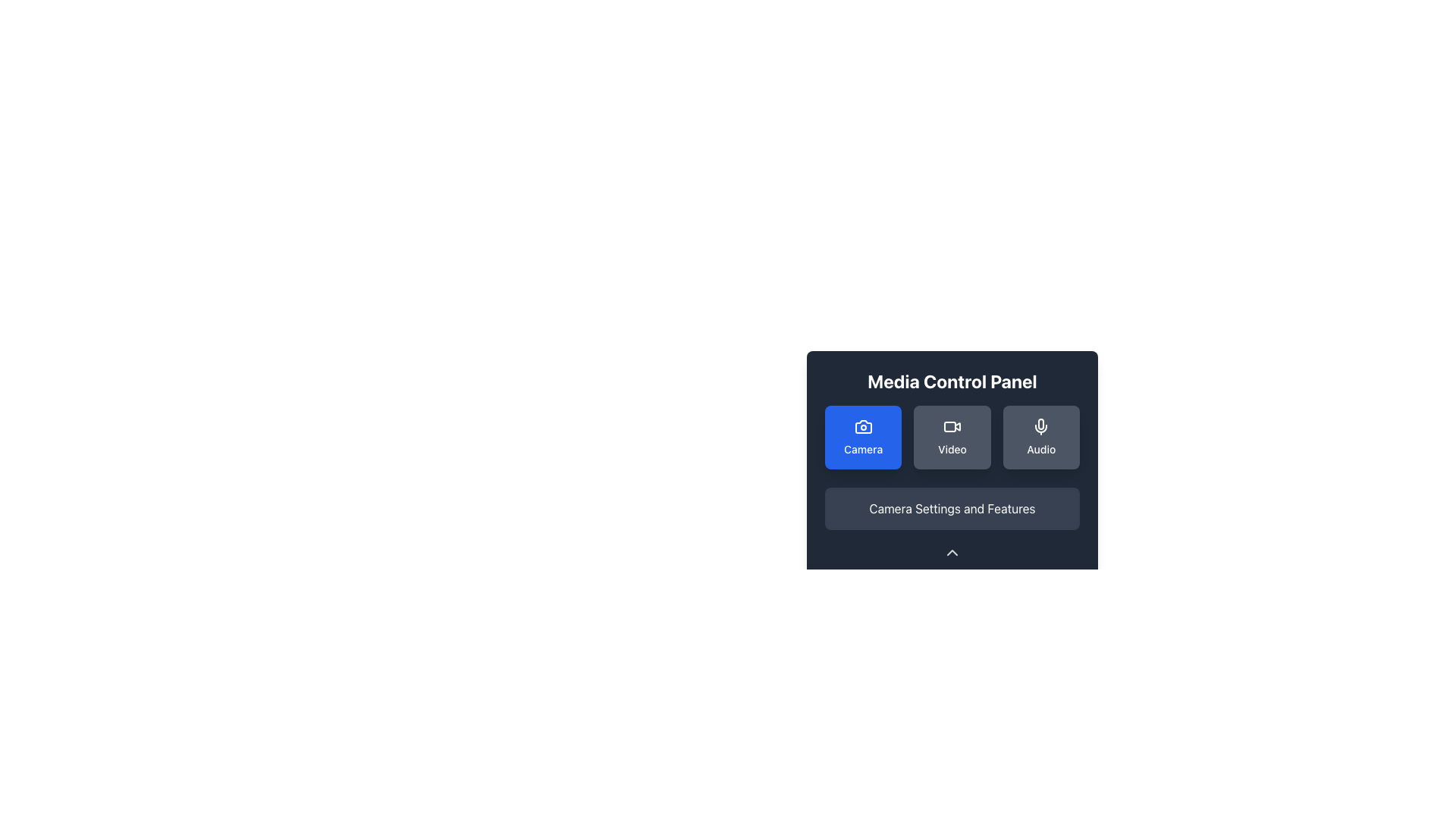 The width and height of the screenshot is (1456, 819). Describe the element at coordinates (949, 427) in the screenshot. I see `the SVG rectangle shape that visually represents the video icon in the Media Control Panel section` at that location.